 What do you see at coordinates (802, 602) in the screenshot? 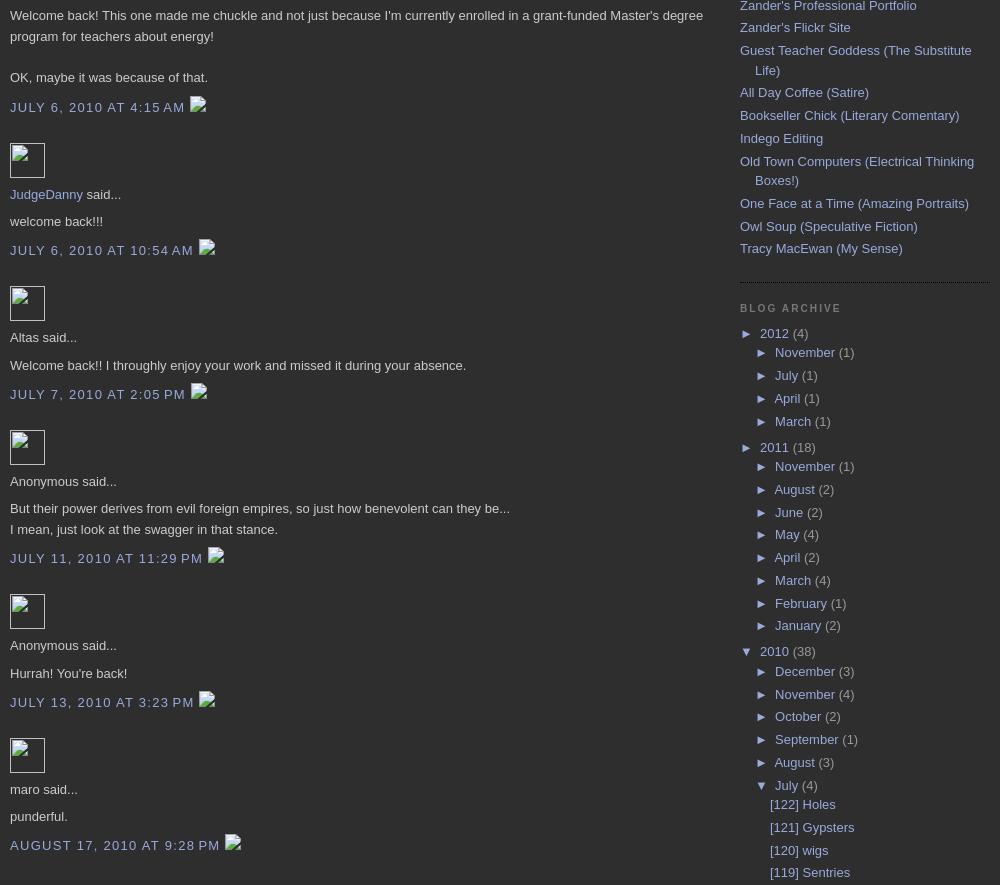
I see `'February'` at bounding box center [802, 602].